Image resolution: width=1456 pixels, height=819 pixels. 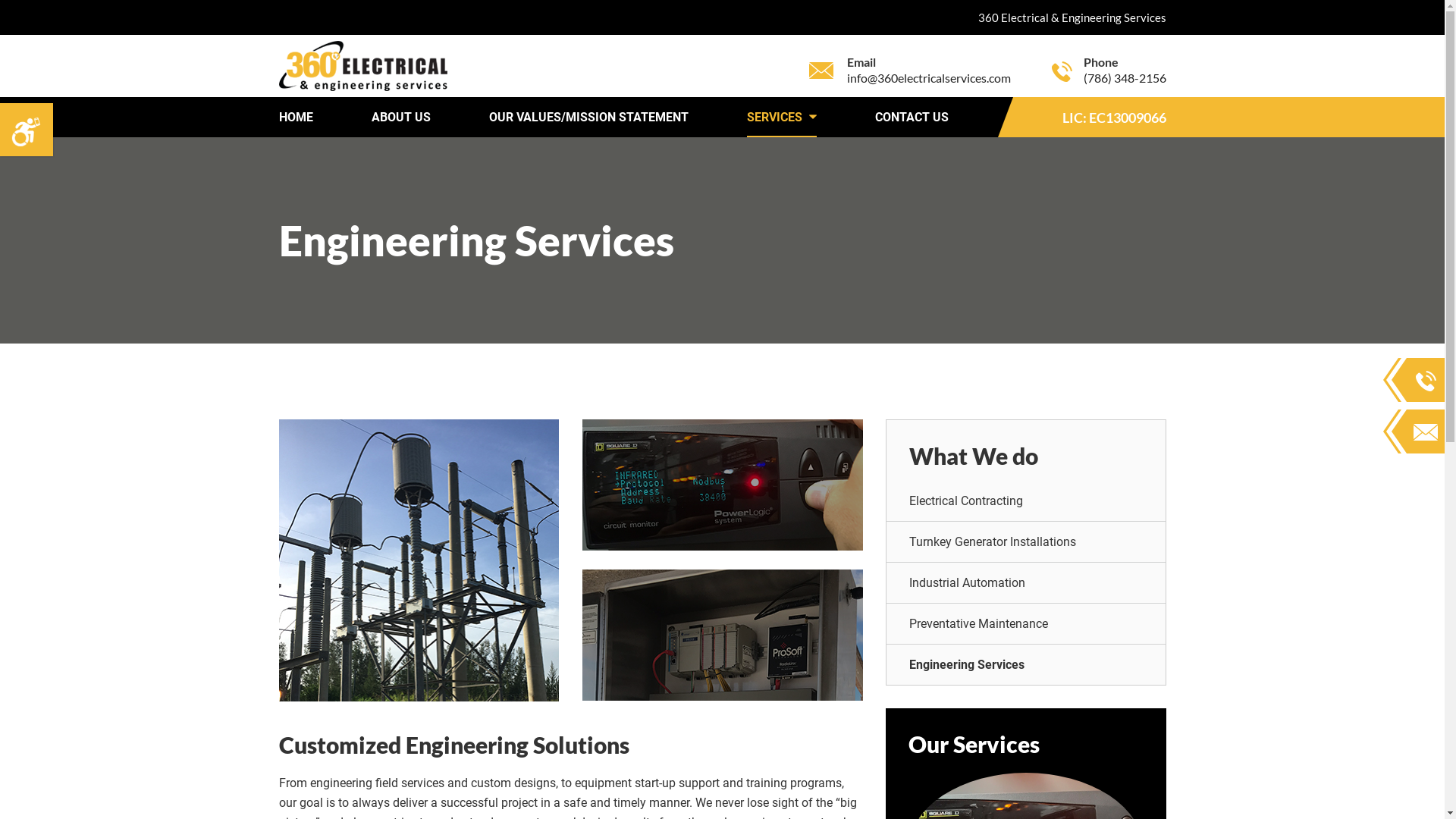 I want to click on 'ABOUT US', so click(x=400, y=116).